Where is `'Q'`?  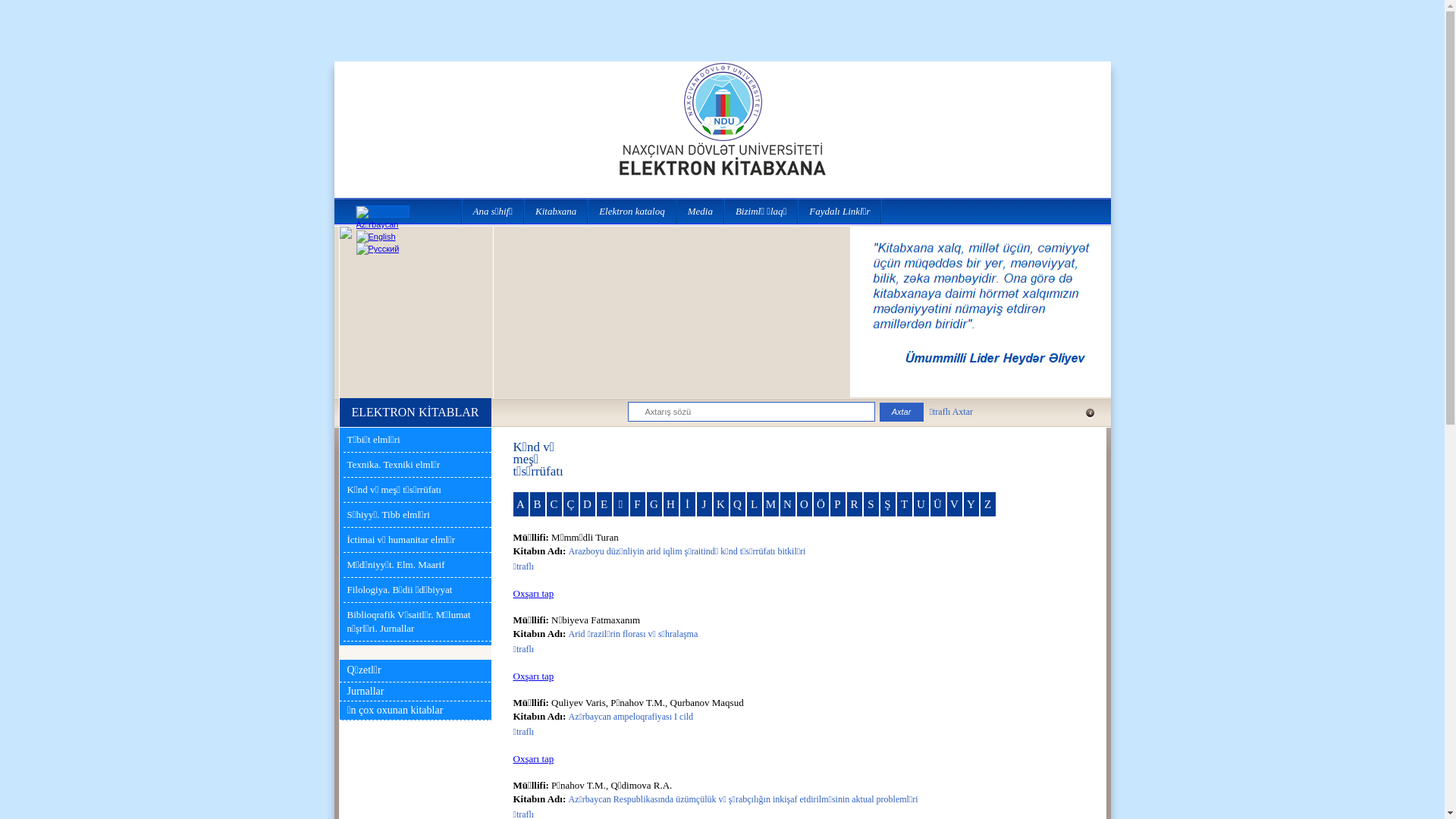 'Q' is located at coordinates (733, 504).